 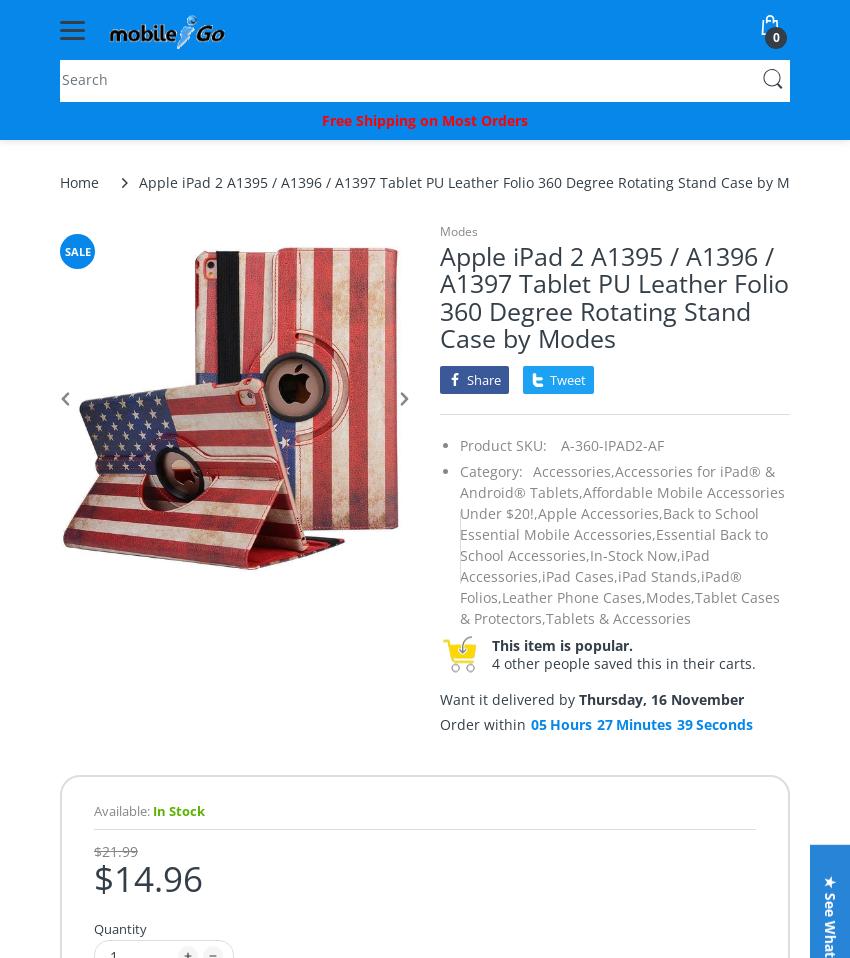 What do you see at coordinates (148, 877) in the screenshot?
I see `'$14.96'` at bounding box center [148, 877].